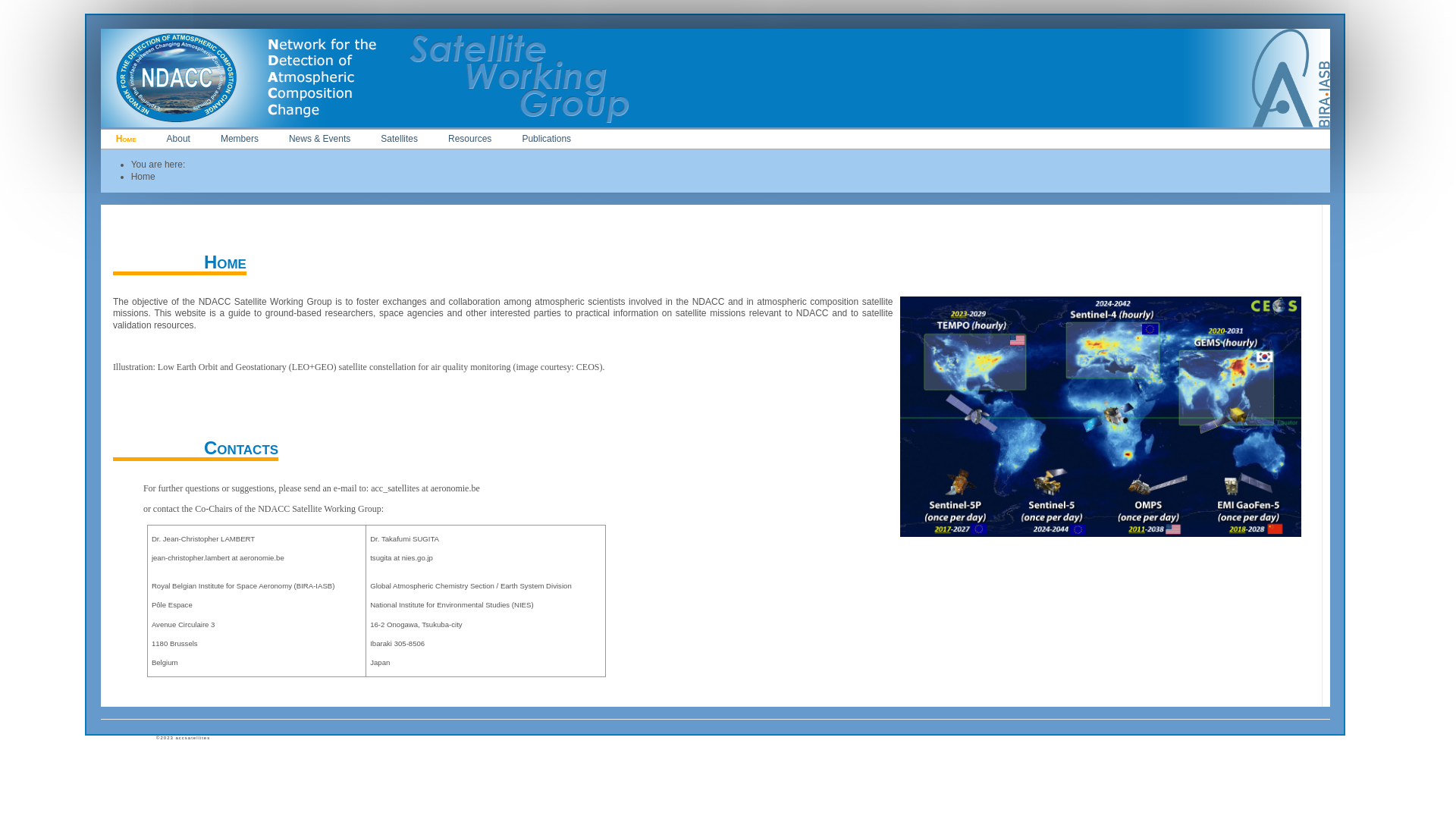  What do you see at coordinates (399, 138) in the screenshot?
I see `'Satellites'` at bounding box center [399, 138].